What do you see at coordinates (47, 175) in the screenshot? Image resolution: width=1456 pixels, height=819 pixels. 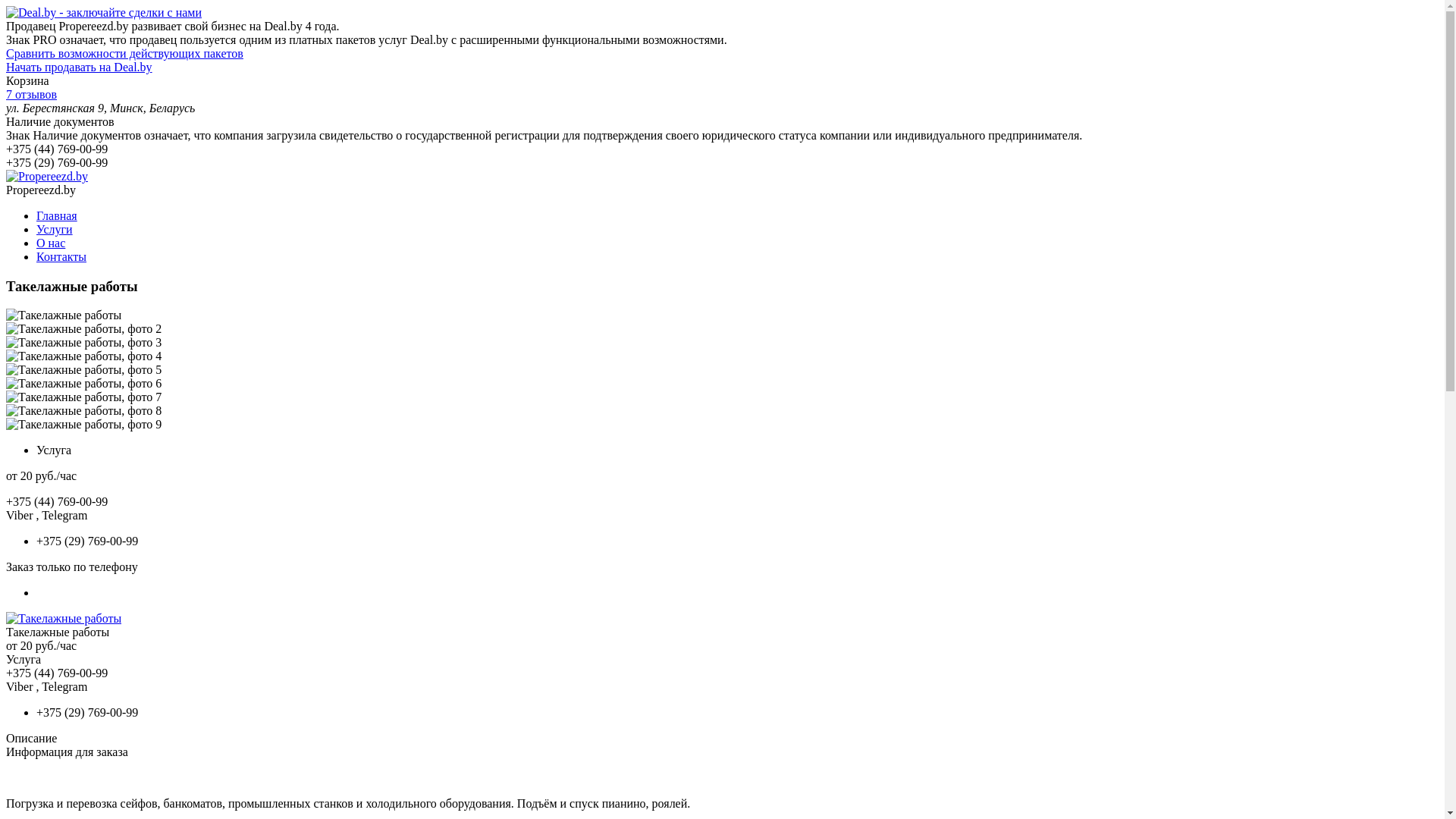 I see `'Propereezd.by'` at bounding box center [47, 175].